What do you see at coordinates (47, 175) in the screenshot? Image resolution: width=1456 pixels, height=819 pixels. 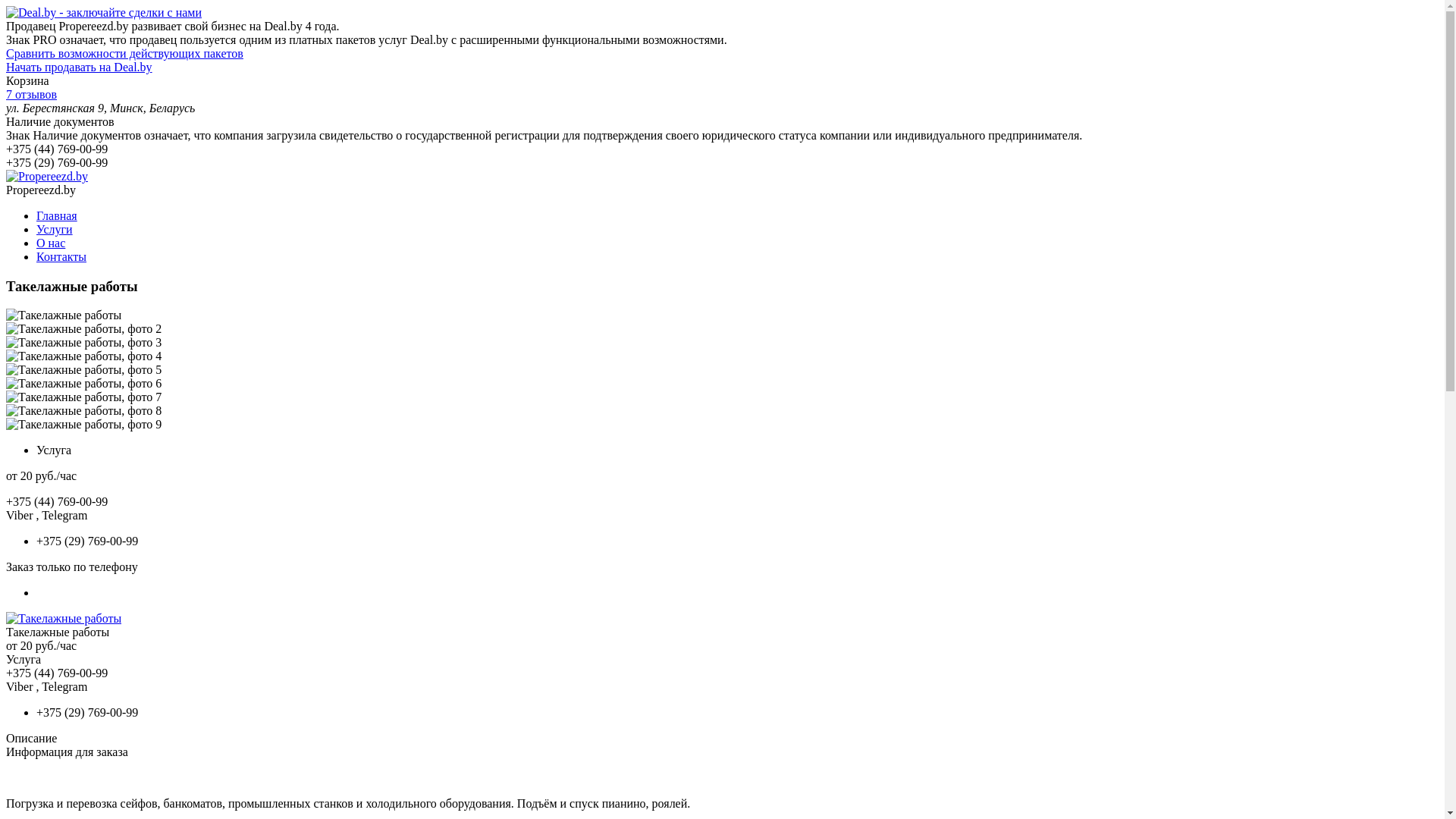 I see `'Propereezd.by'` at bounding box center [47, 175].